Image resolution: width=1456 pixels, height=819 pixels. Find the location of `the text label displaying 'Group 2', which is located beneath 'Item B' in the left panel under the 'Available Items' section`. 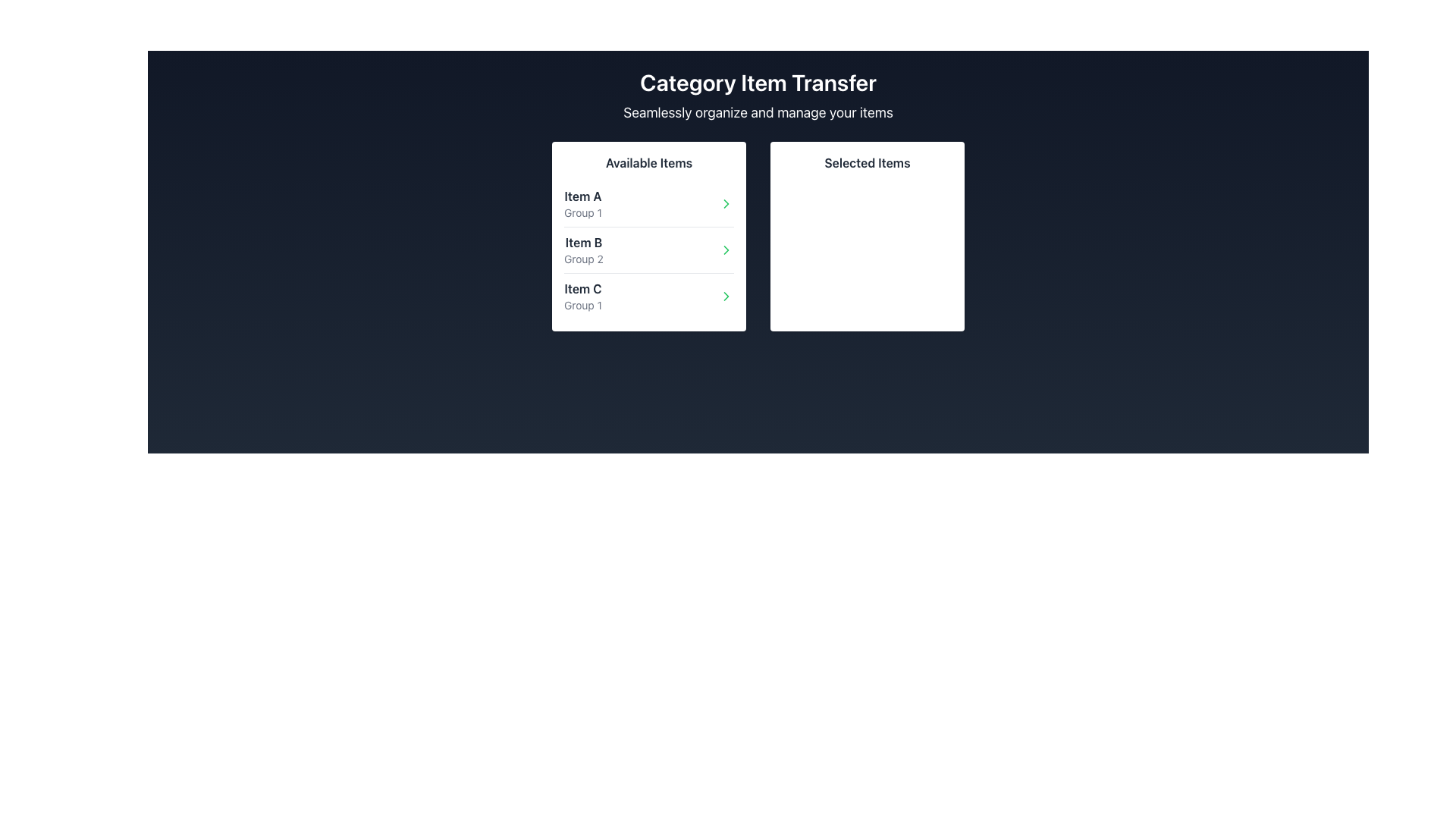

the text label displaying 'Group 2', which is located beneath 'Item B' in the left panel under the 'Available Items' section is located at coordinates (582, 259).